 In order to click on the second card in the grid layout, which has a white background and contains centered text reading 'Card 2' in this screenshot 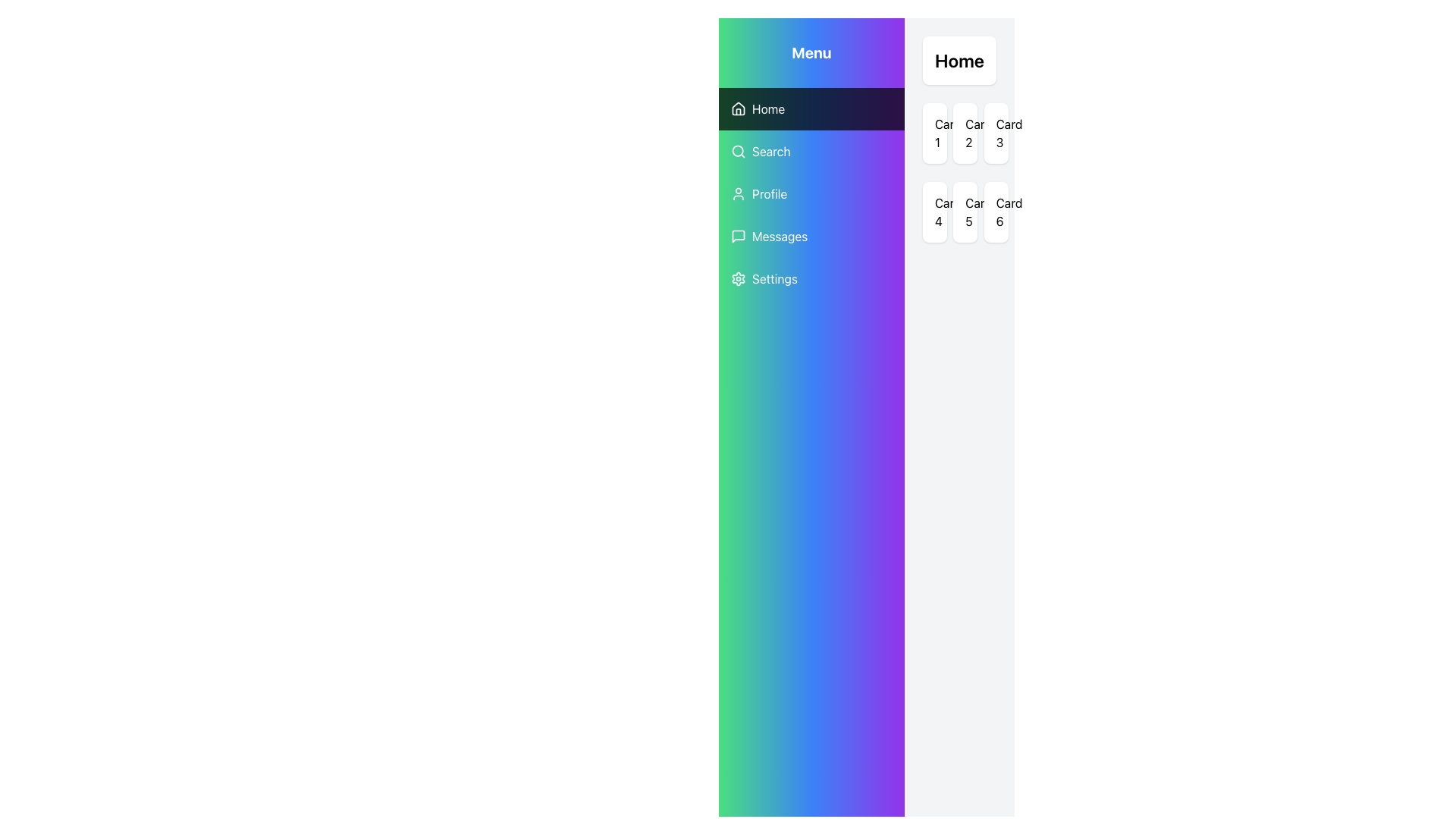, I will do `click(965, 133)`.